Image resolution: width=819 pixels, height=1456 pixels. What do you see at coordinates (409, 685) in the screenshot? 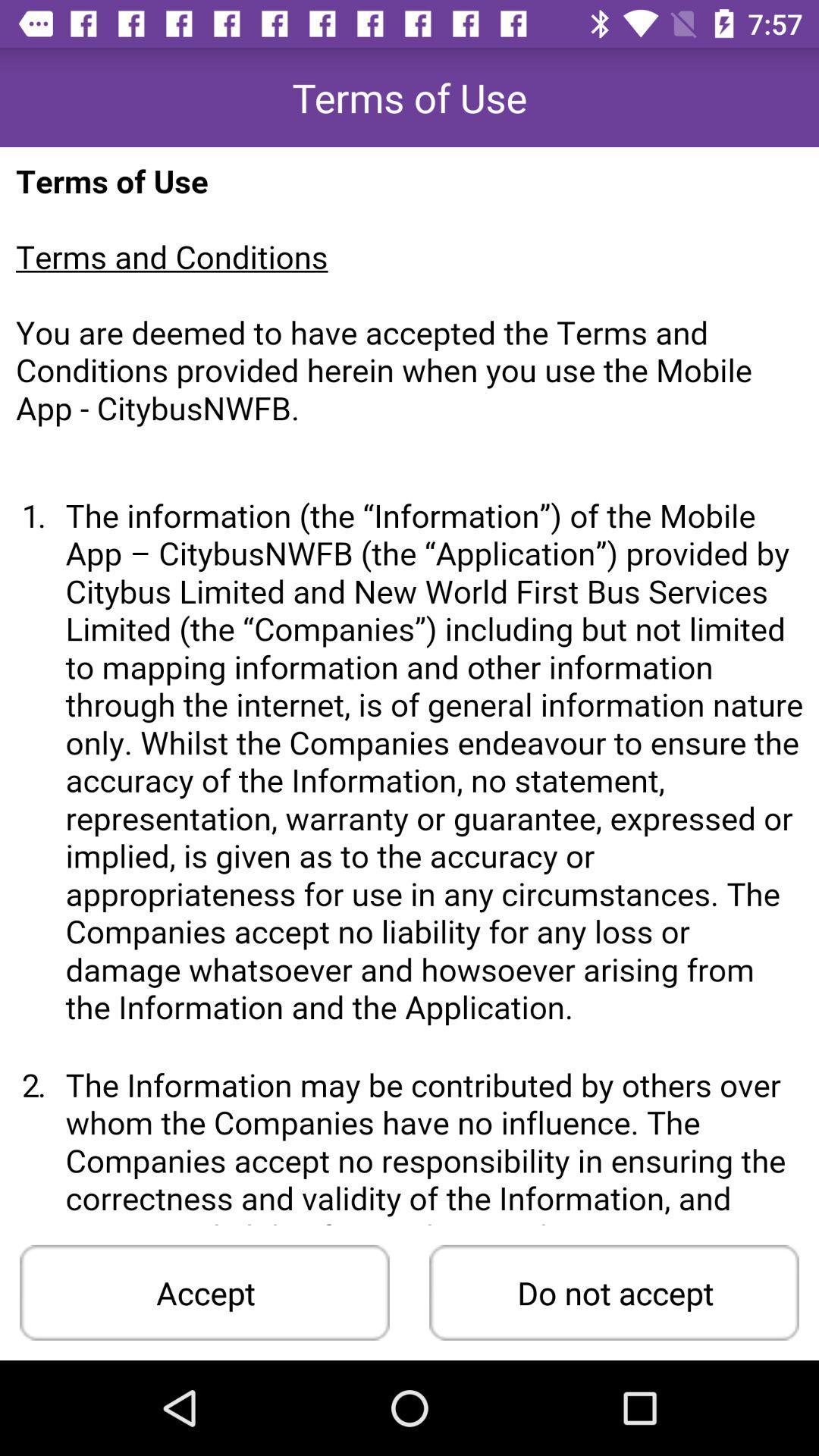
I see `conditions` at bounding box center [409, 685].